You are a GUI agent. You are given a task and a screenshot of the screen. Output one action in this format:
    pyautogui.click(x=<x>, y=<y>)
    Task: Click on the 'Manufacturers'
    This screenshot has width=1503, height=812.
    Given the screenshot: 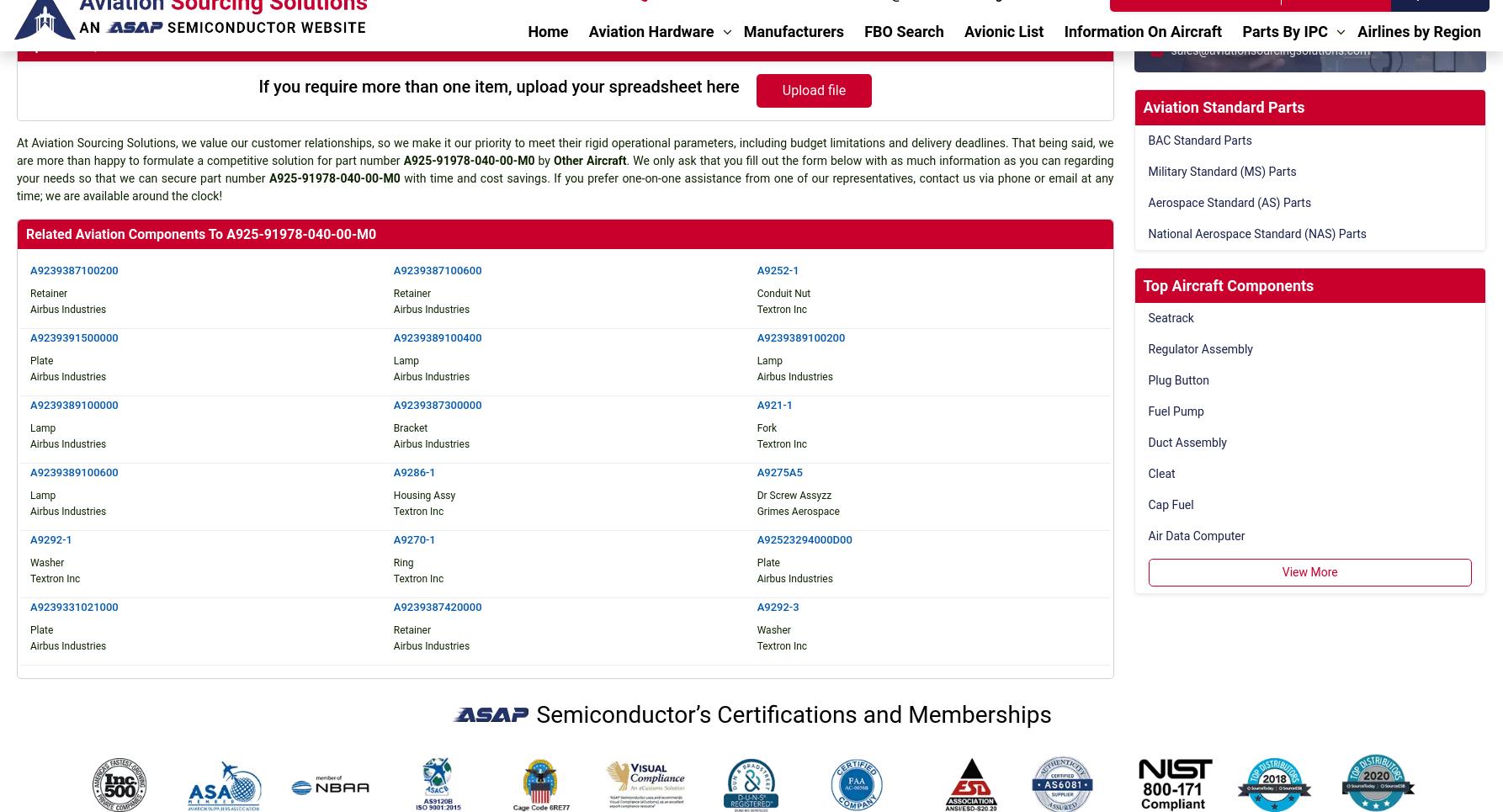 What is the action you would take?
    pyautogui.click(x=468, y=612)
    